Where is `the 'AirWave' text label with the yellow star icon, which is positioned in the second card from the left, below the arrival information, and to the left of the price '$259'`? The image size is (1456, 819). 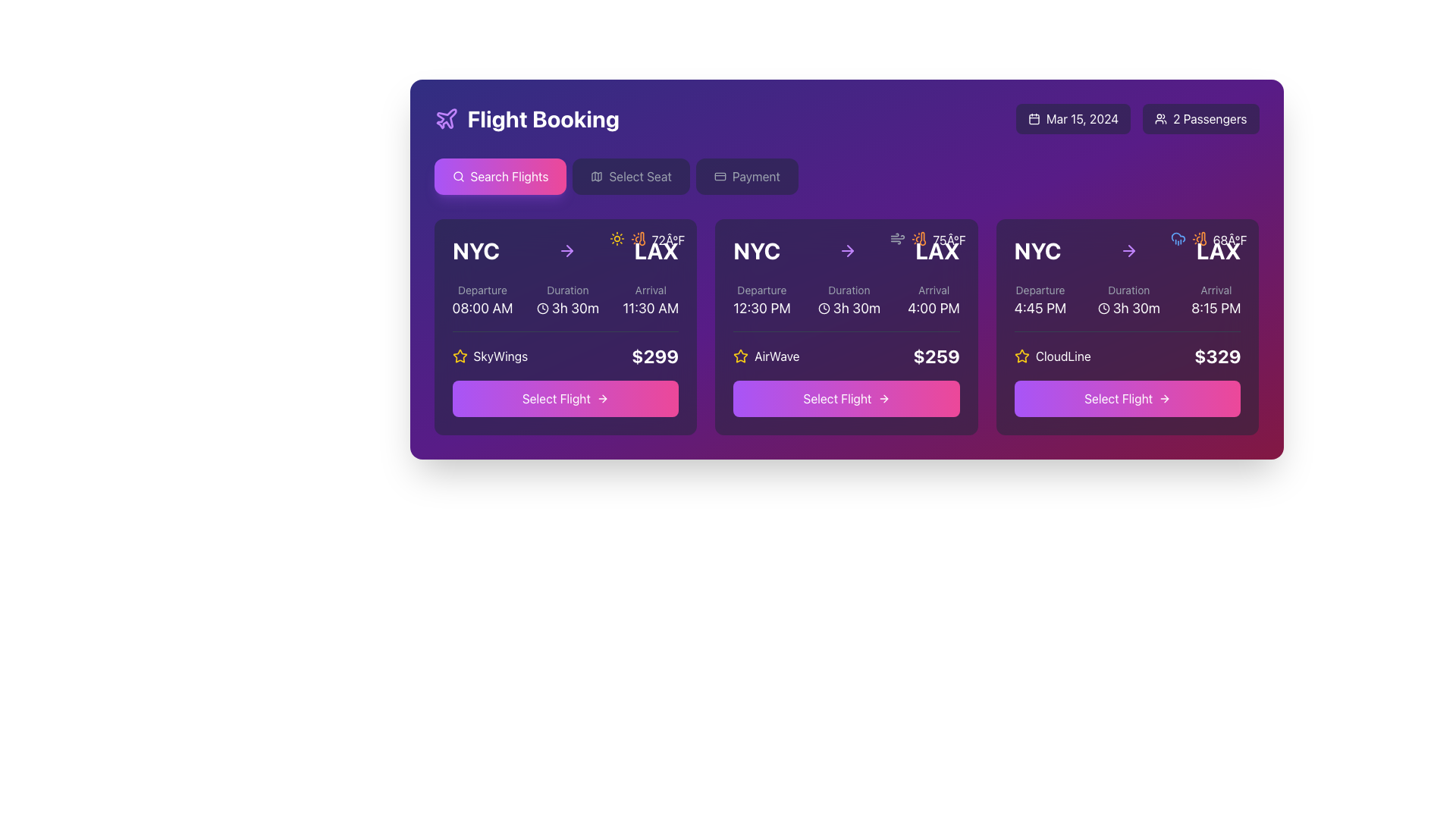 the 'AirWave' text label with the yellow star icon, which is positioned in the second card from the left, below the arrival information, and to the left of the price '$259' is located at coordinates (766, 356).